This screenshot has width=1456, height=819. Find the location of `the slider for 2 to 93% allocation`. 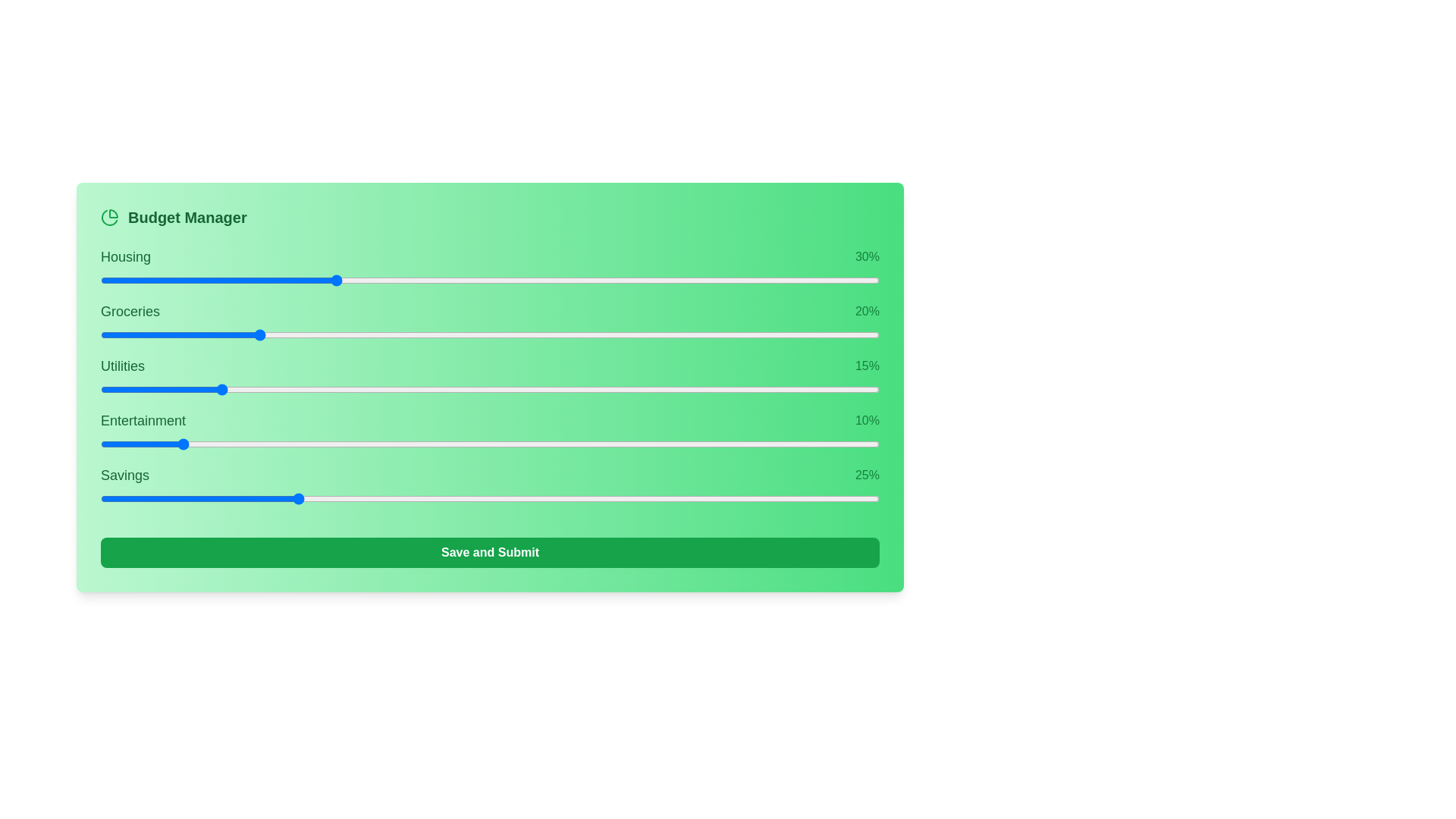

the slider for 2 to 93% allocation is located at coordinates (852, 388).